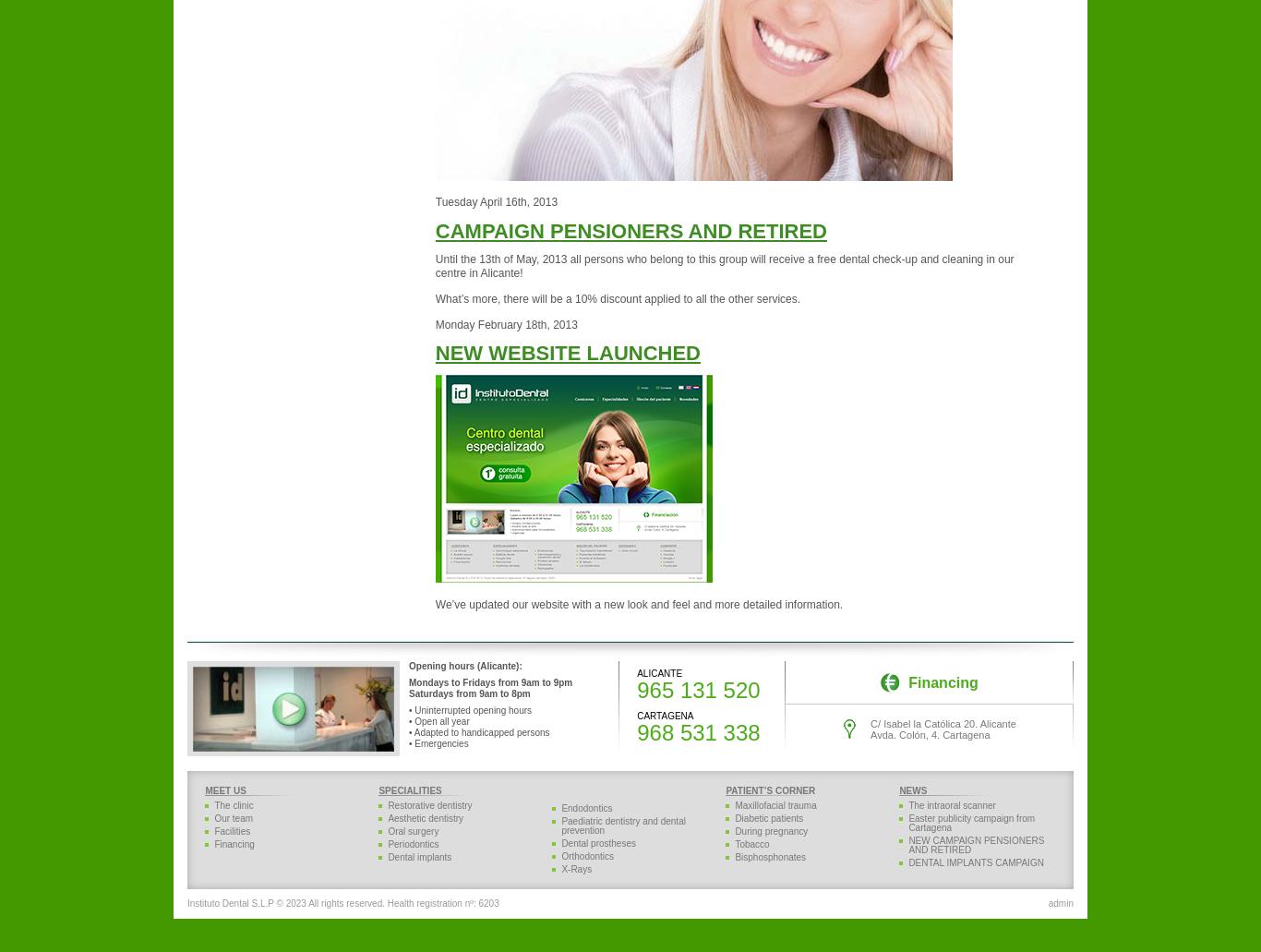 Image resolution: width=1261 pixels, height=952 pixels. Describe the element at coordinates (232, 831) in the screenshot. I see `'Facilities'` at that location.